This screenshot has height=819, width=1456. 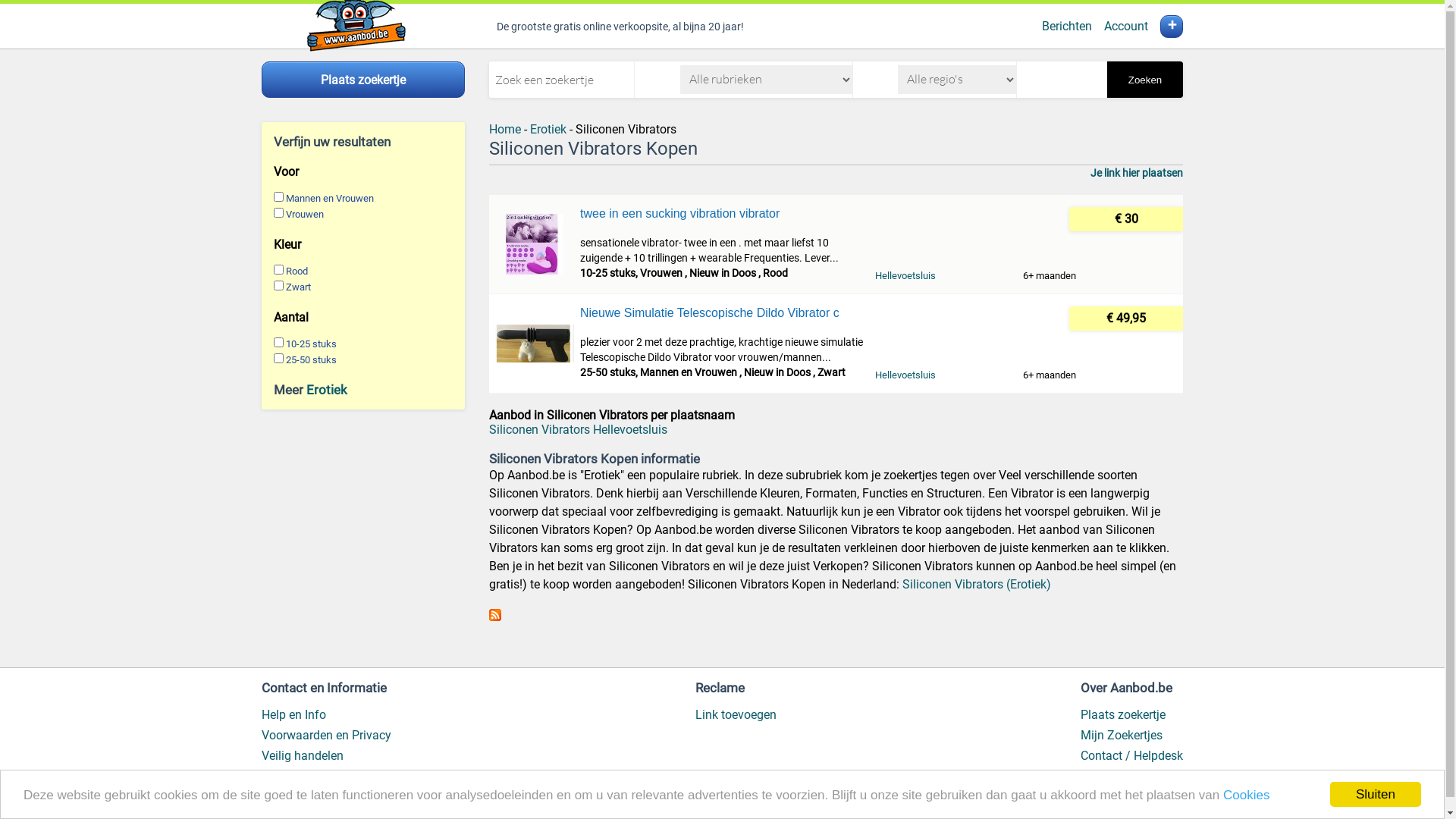 I want to click on 'Contact / Helpdesk', so click(x=1131, y=755).